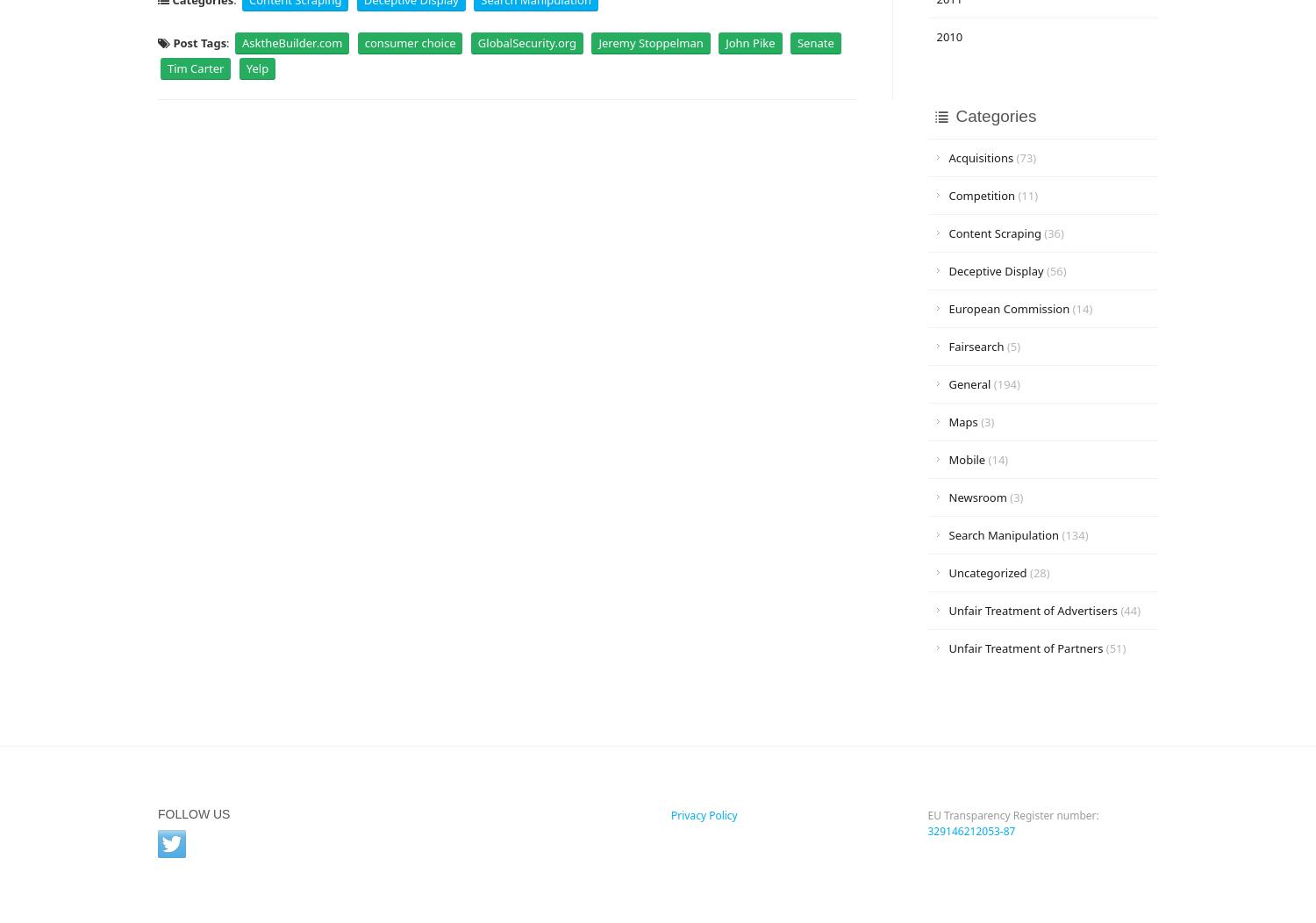 This screenshot has width=1316, height=923. I want to click on 'AsktheBuilder.com', so click(290, 42).